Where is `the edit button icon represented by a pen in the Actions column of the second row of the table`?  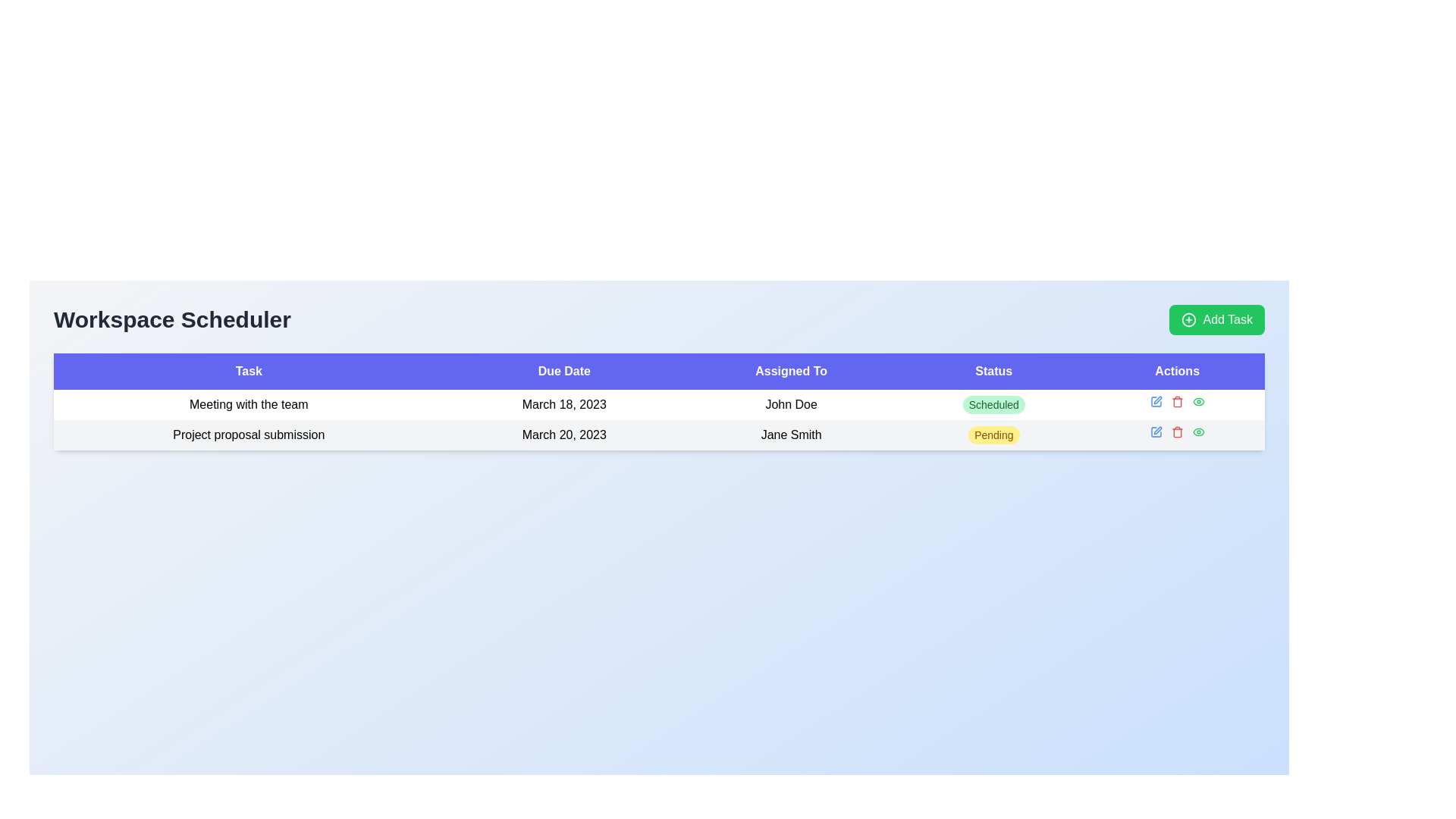 the edit button icon represented by a pen in the Actions column of the second row of the table is located at coordinates (1155, 400).